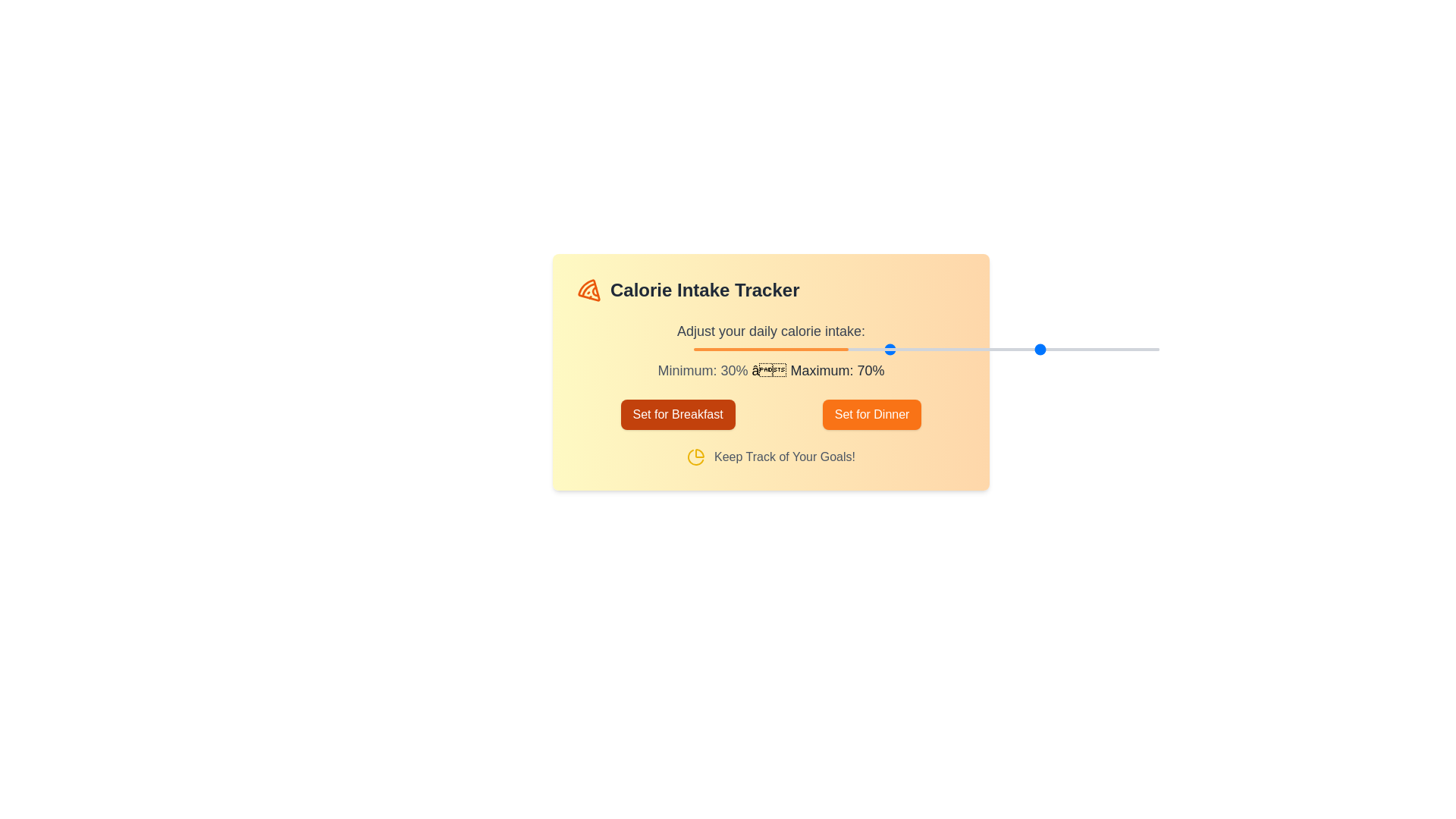  Describe the element at coordinates (771, 371) in the screenshot. I see `the text display showing 'Minimum: 30% – Maximum: 70%' which is positioned below 'Adjust your daily calorie intake:' and above the buttons 'Set for Breakfast' and 'Set for Dinner'` at that location.